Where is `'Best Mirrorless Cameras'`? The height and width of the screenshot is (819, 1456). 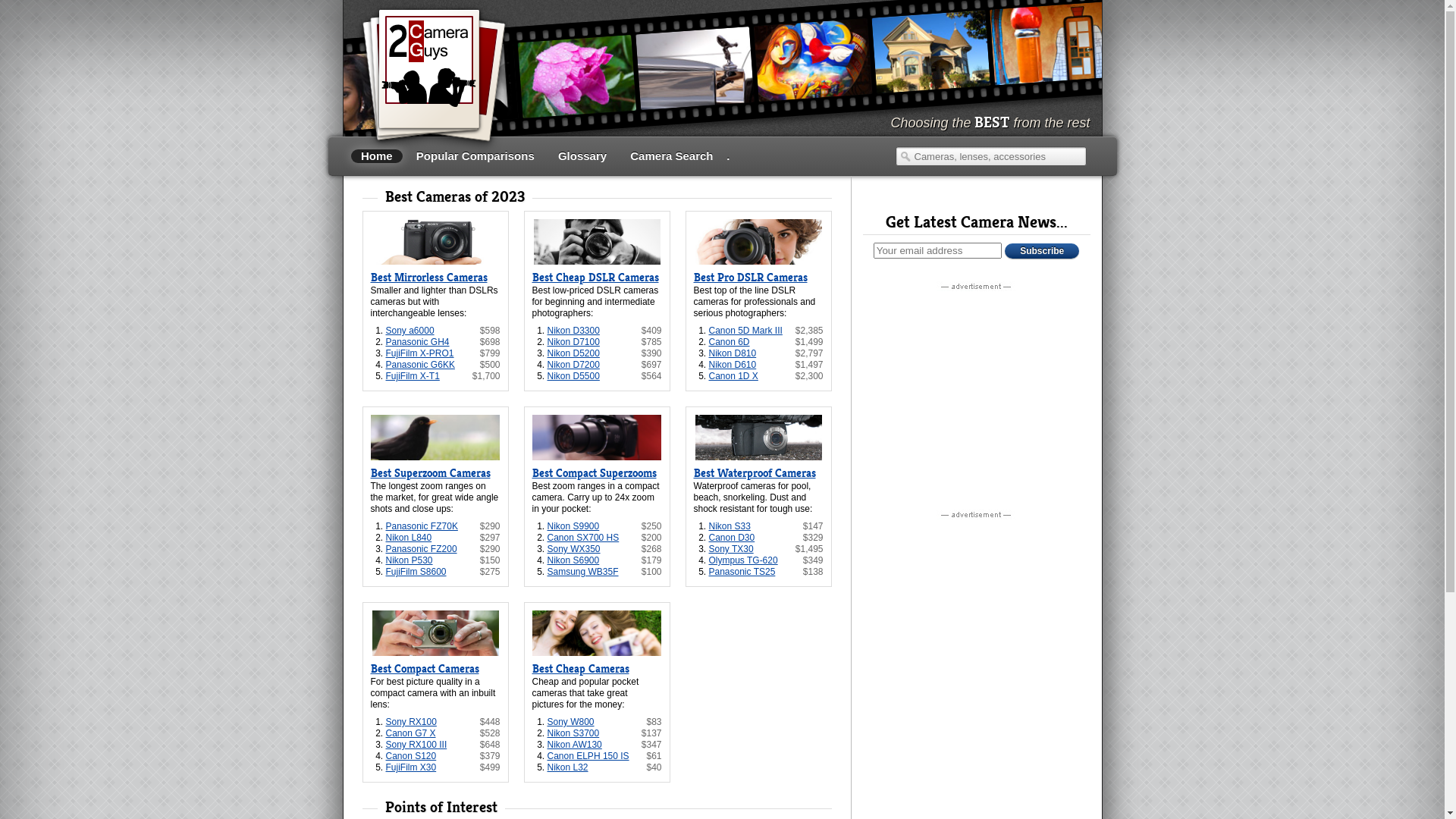 'Best Mirrorless Cameras' is located at coordinates (428, 278).